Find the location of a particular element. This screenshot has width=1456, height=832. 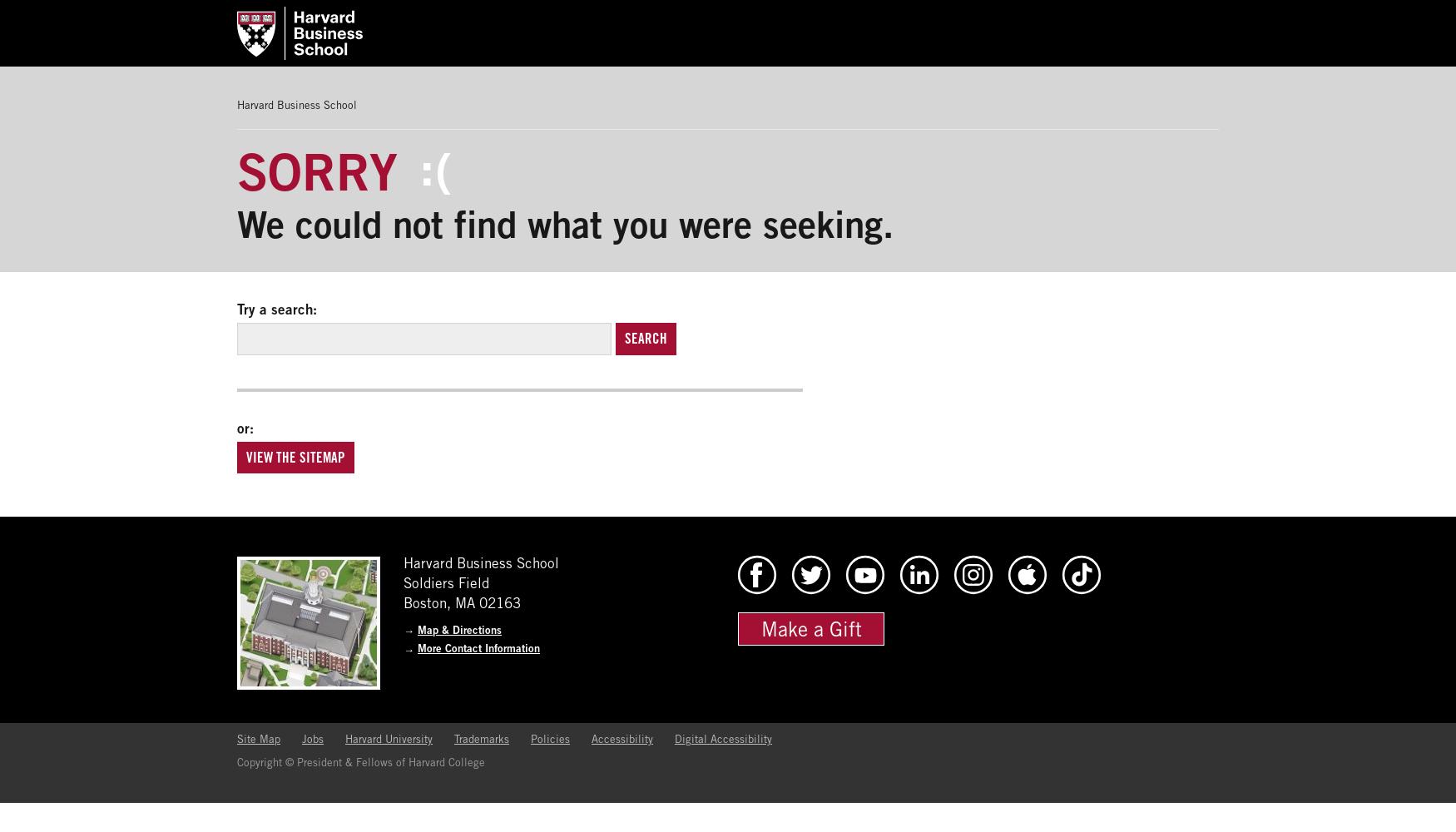

'Try a search:' is located at coordinates (277, 308).